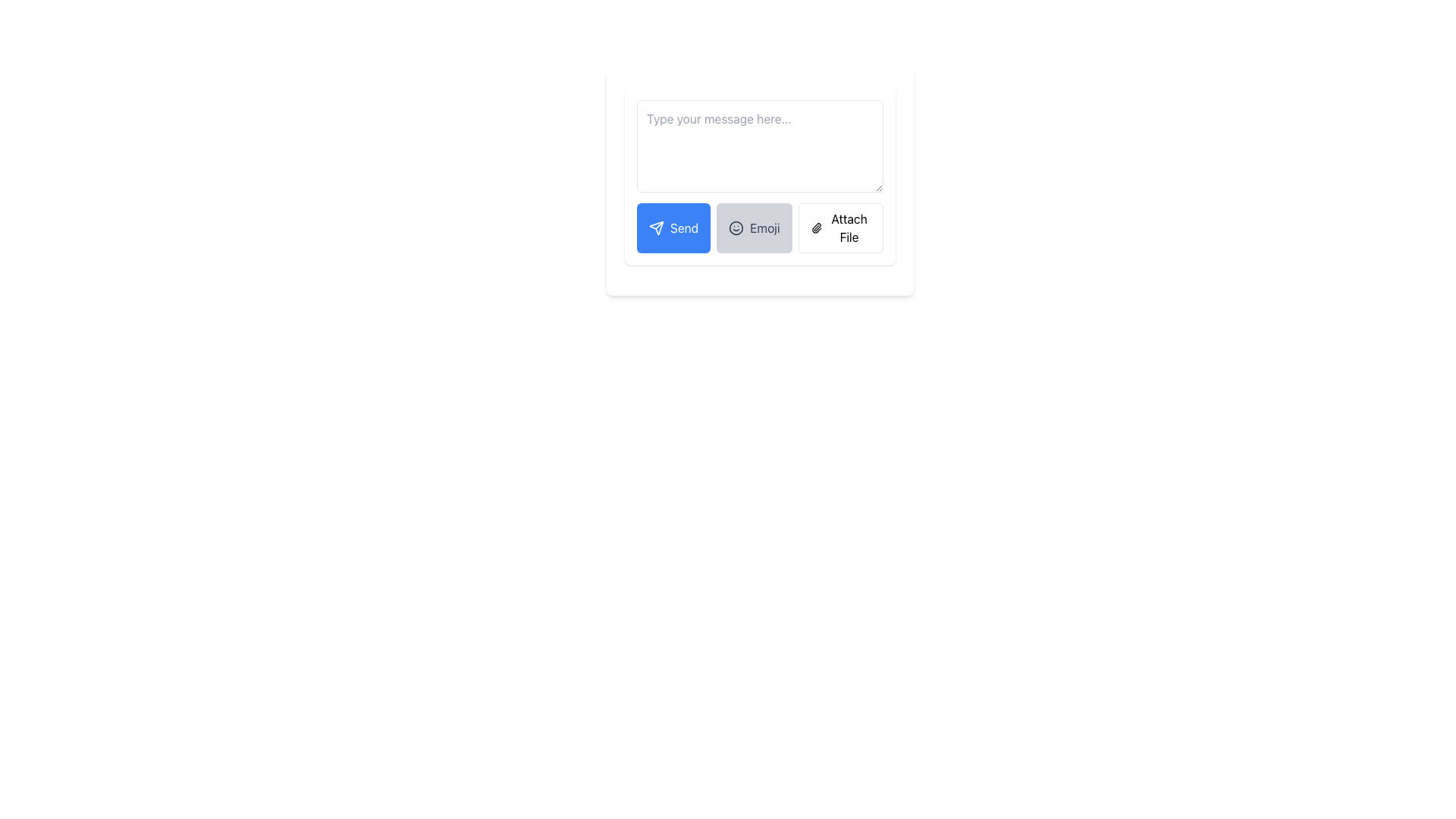 This screenshot has width=1456, height=819. Describe the element at coordinates (656, 227) in the screenshot. I see `the graphical icon within the 'Send' button located in the bottom-left portion of the message input panel` at that location.